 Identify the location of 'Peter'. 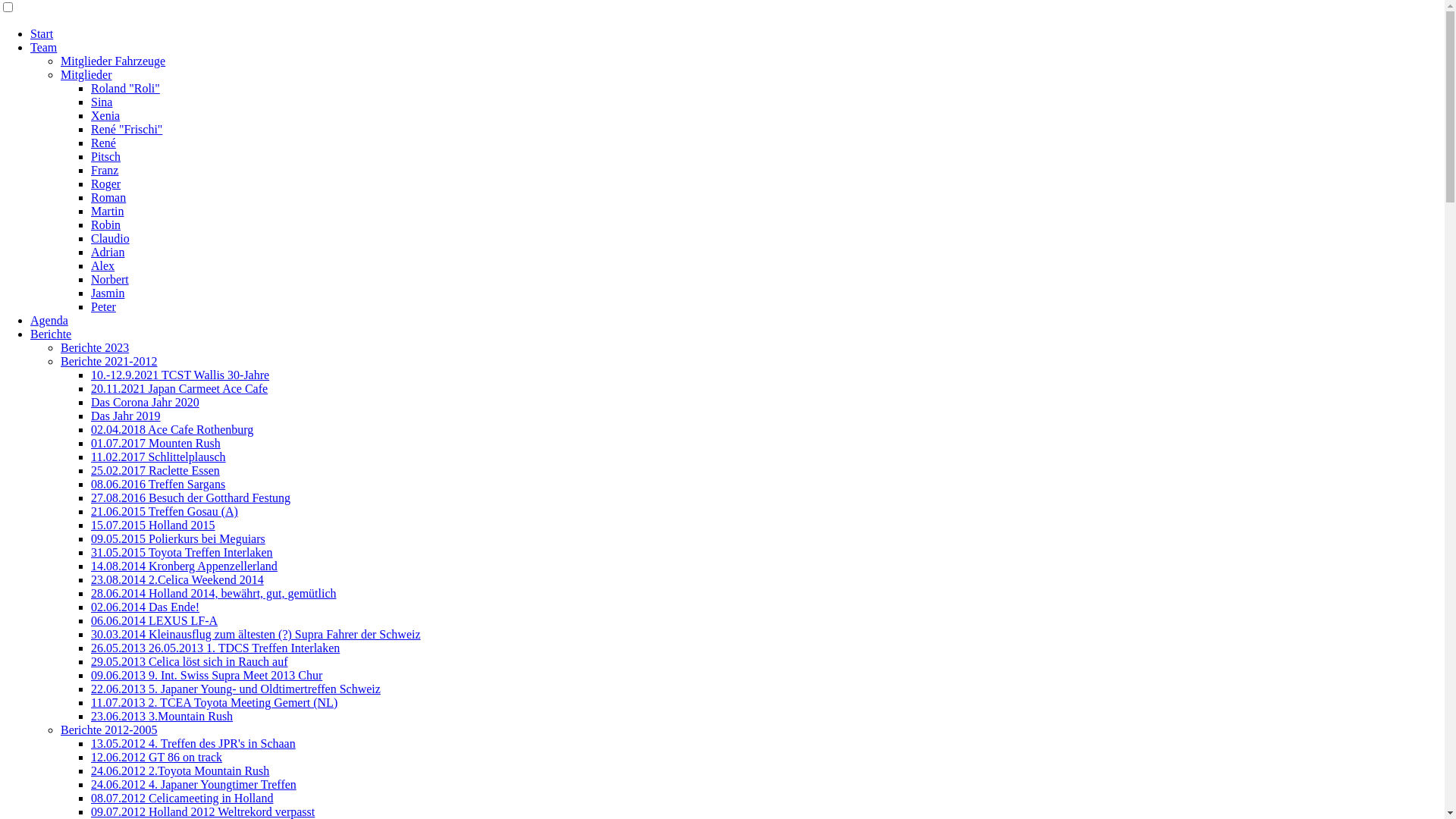
(102, 306).